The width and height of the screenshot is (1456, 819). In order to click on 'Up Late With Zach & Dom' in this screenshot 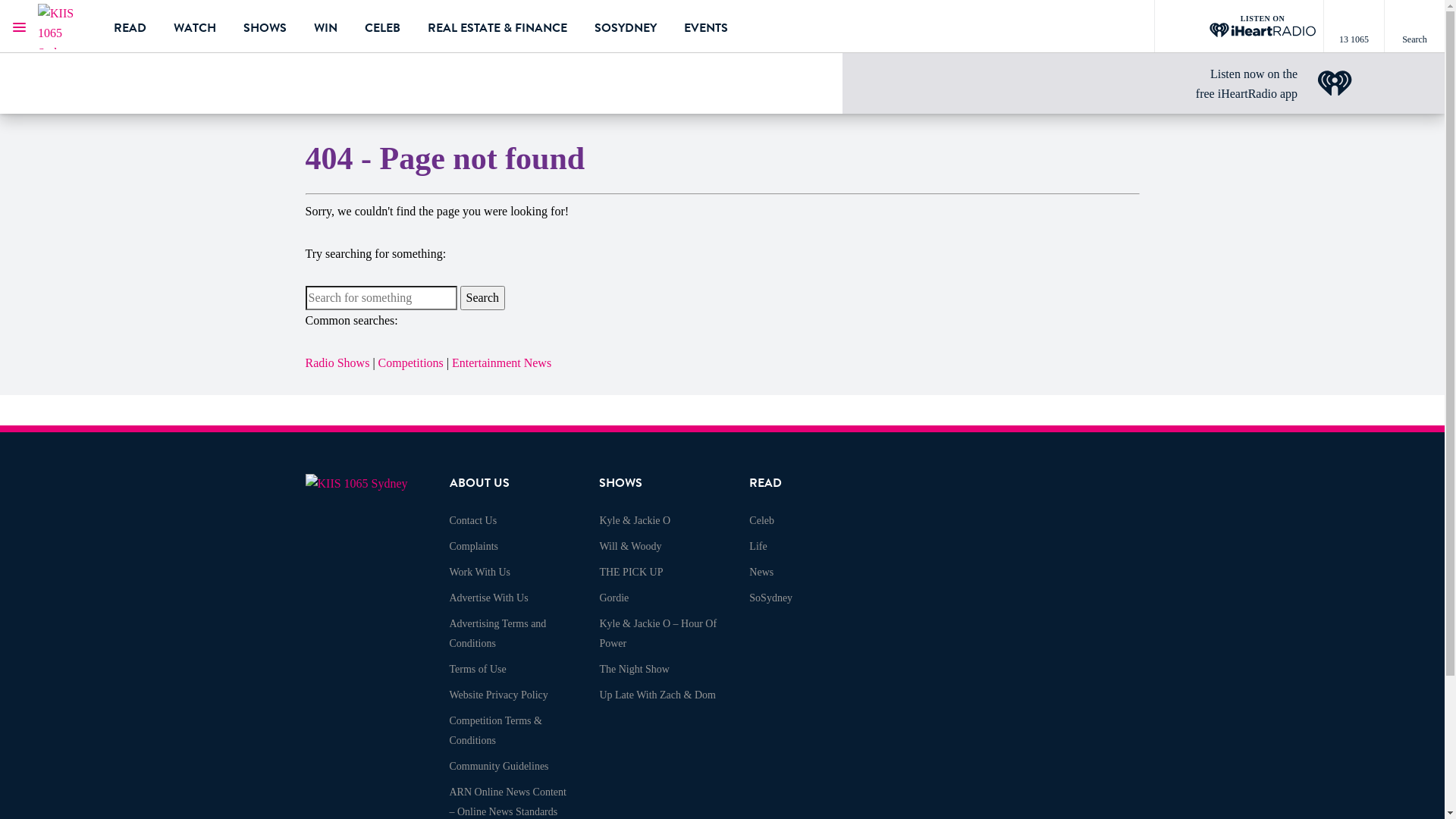, I will do `click(657, 695)`.